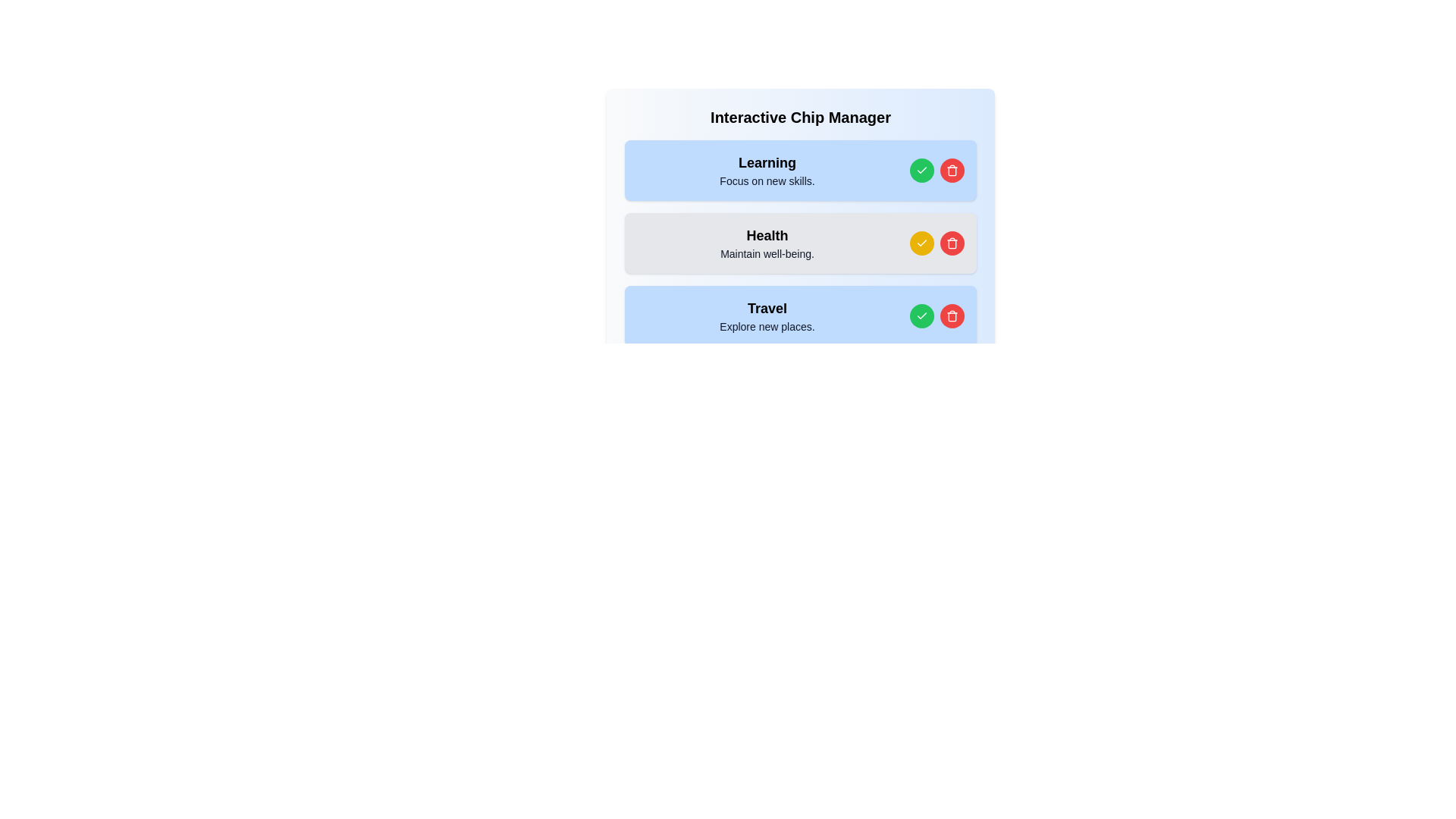 This screenshot has height=819, width=1456. I want to click on delete button for the chip labeled Travel, so click(952, 315).